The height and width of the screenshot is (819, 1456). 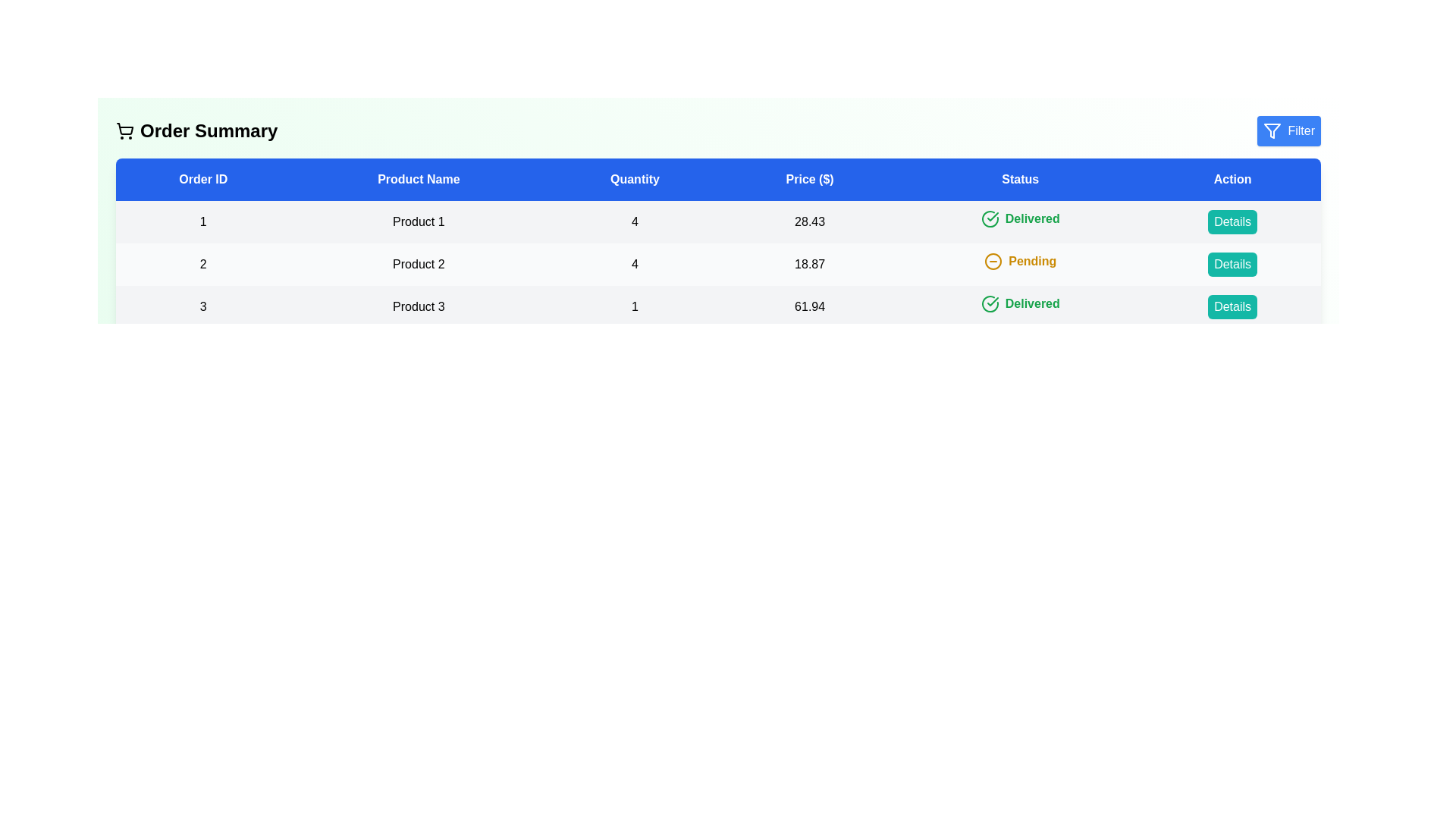 What do you see at coordinates (1288, 130) in the screenshot?
I see `the 'Filter' button to filter orders` at bounding box center [1288, 130].